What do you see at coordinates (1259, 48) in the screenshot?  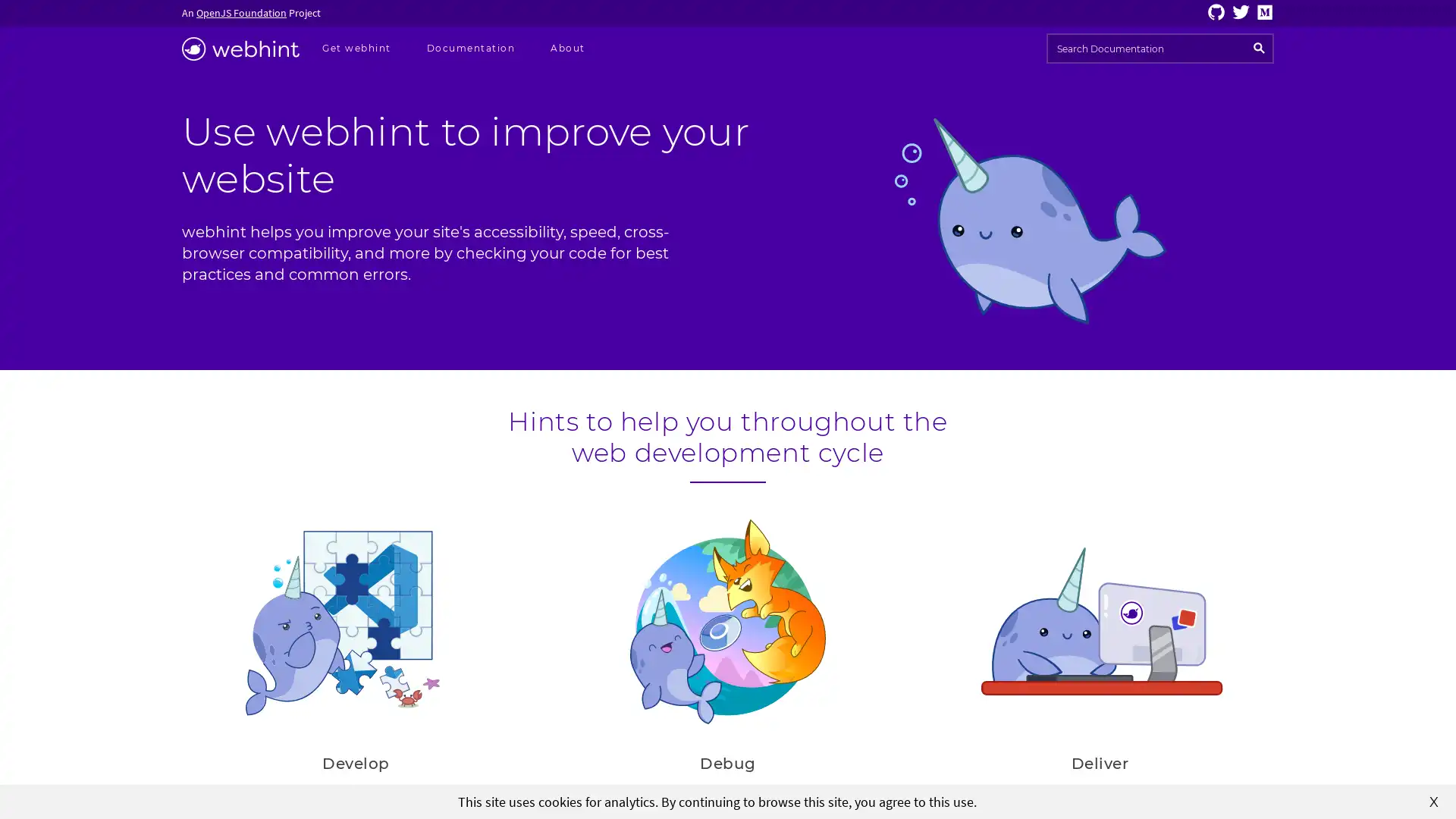 I see `search` at bounding box center [1259, 48].